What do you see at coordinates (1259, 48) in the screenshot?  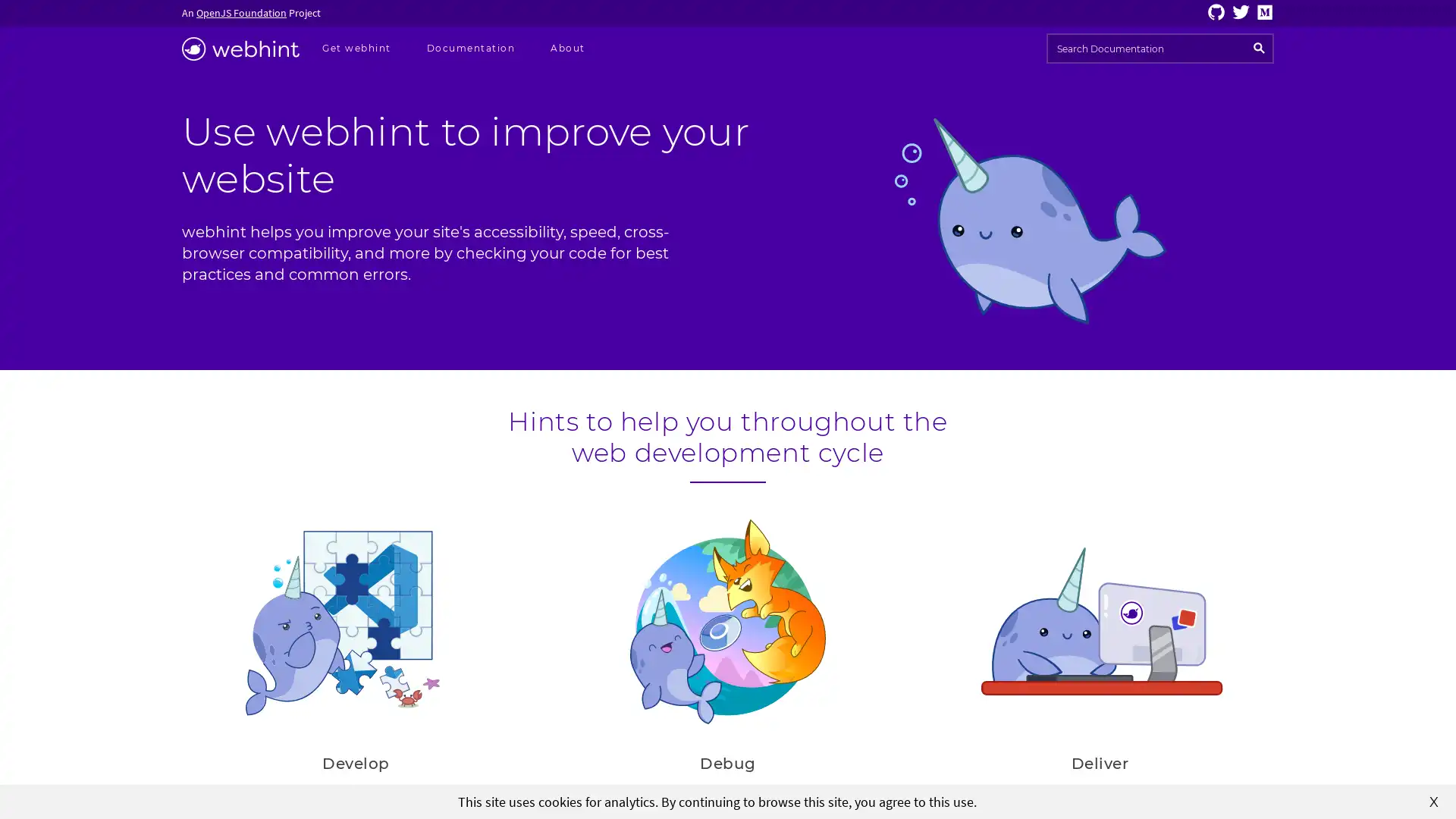 I see `search` at bounding box center [1259, 48].